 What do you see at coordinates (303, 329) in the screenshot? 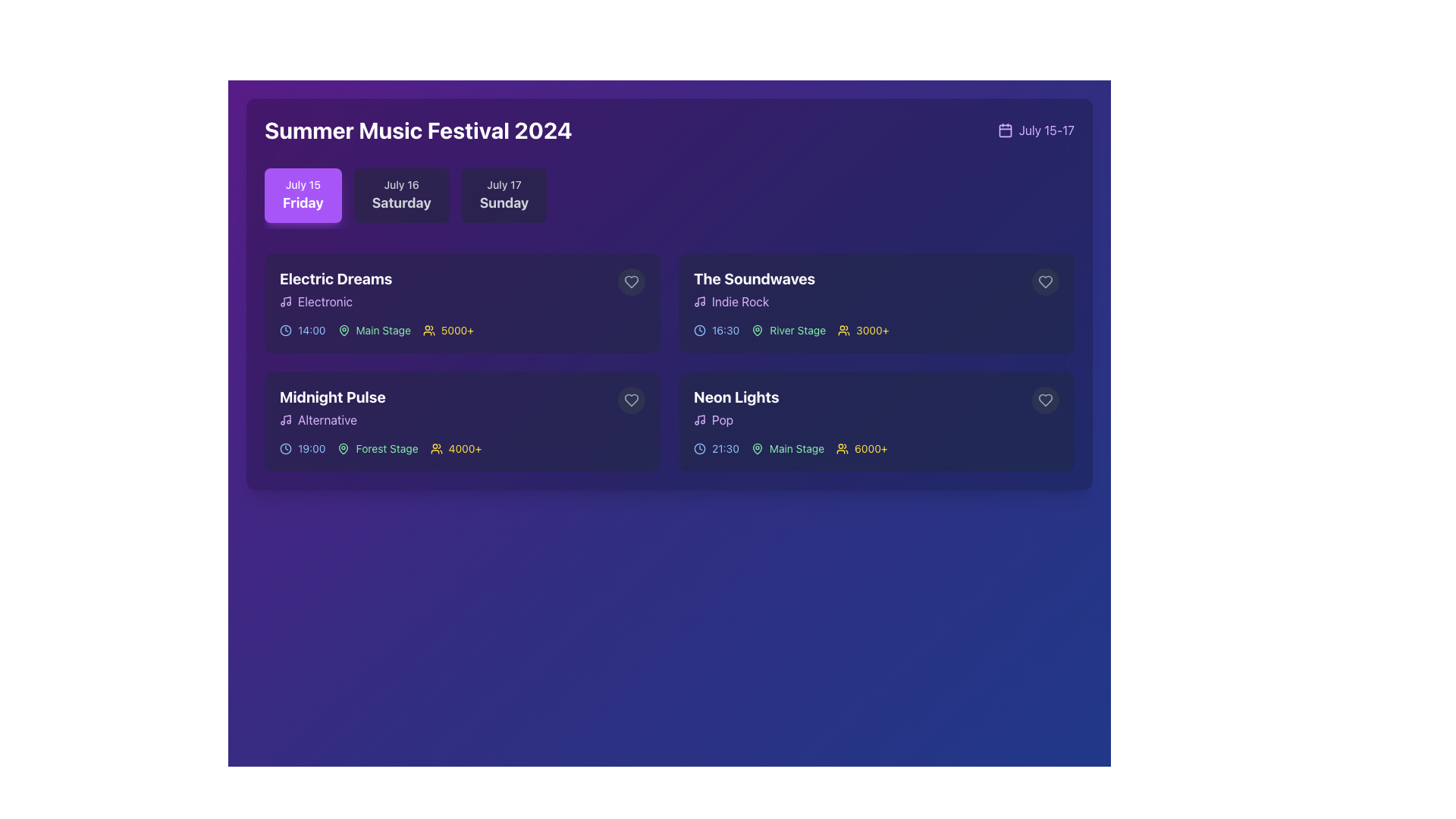
I see `text content of the Static Text displaying '14:00' with blue styling, located next to the clock icon in the 'Electric Dreams' event card` at bounding box center [303, 329].